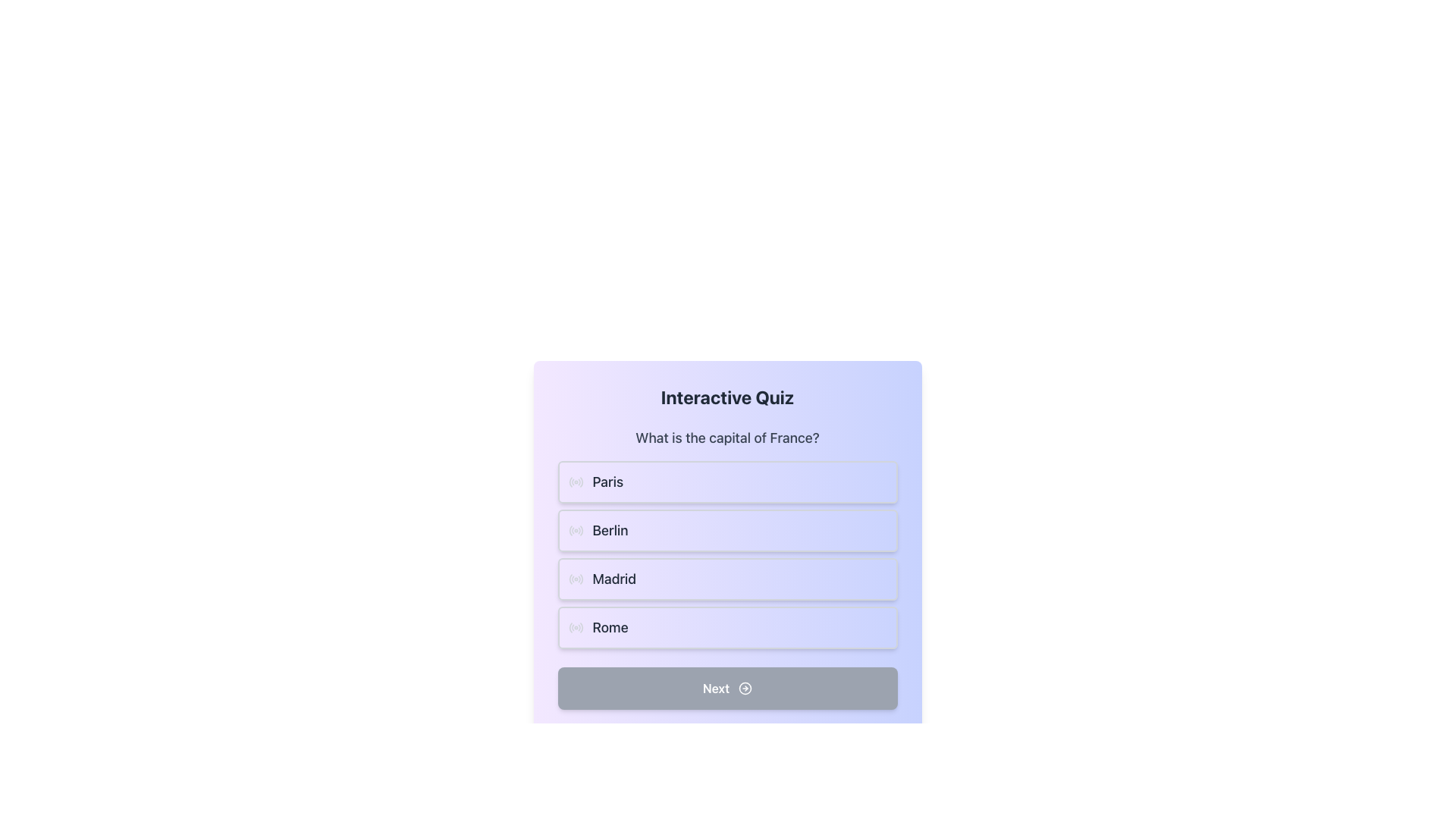 Image resolution: width=1456 pixels, height=819 pixels. I want to click on the text label displaying 'Madrid', which is the third option in a vertical list of quiz answers below the question 'What is the capital of France?', so click(614, 579).